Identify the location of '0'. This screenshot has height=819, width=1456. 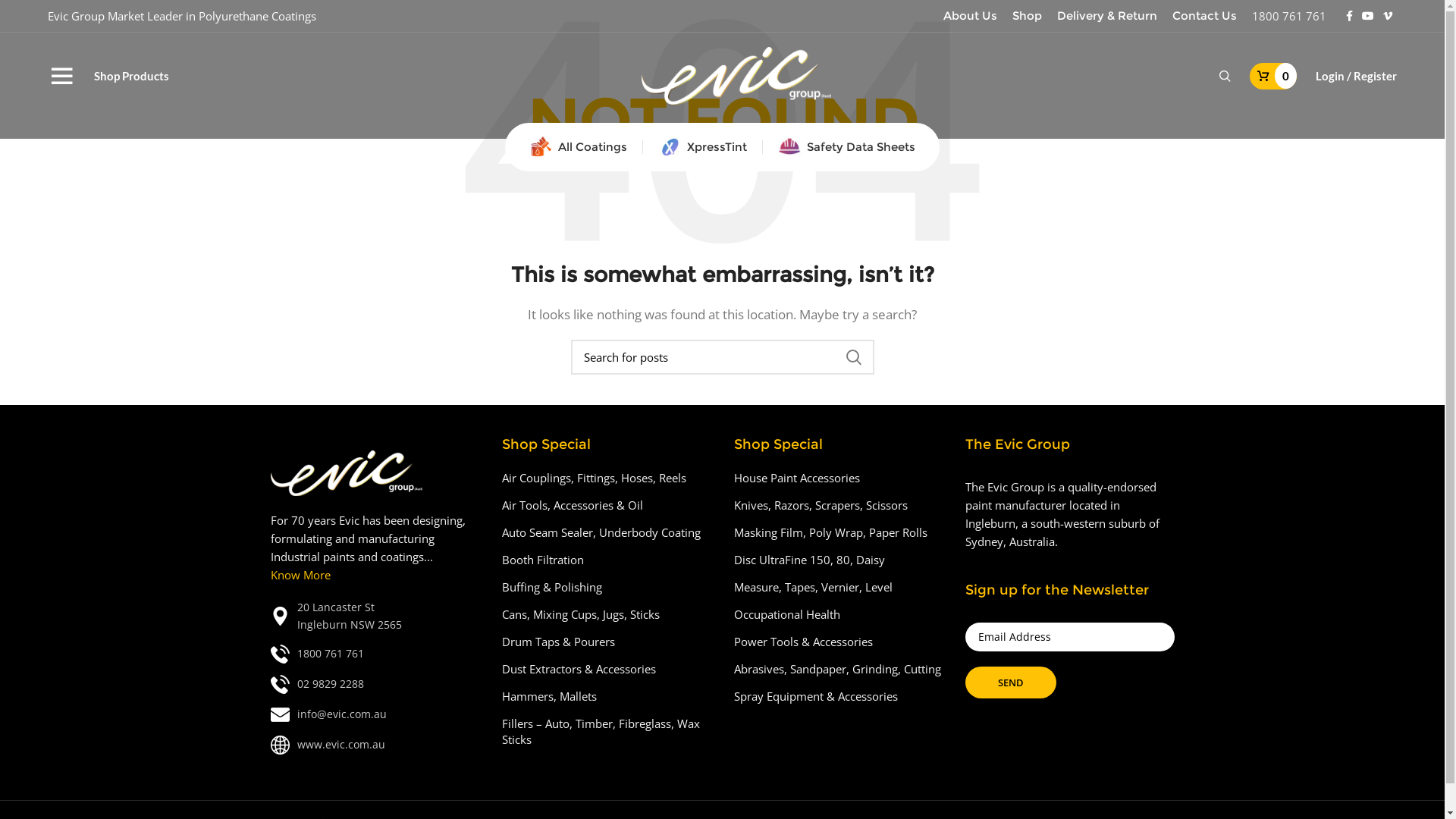
(1273, 76).